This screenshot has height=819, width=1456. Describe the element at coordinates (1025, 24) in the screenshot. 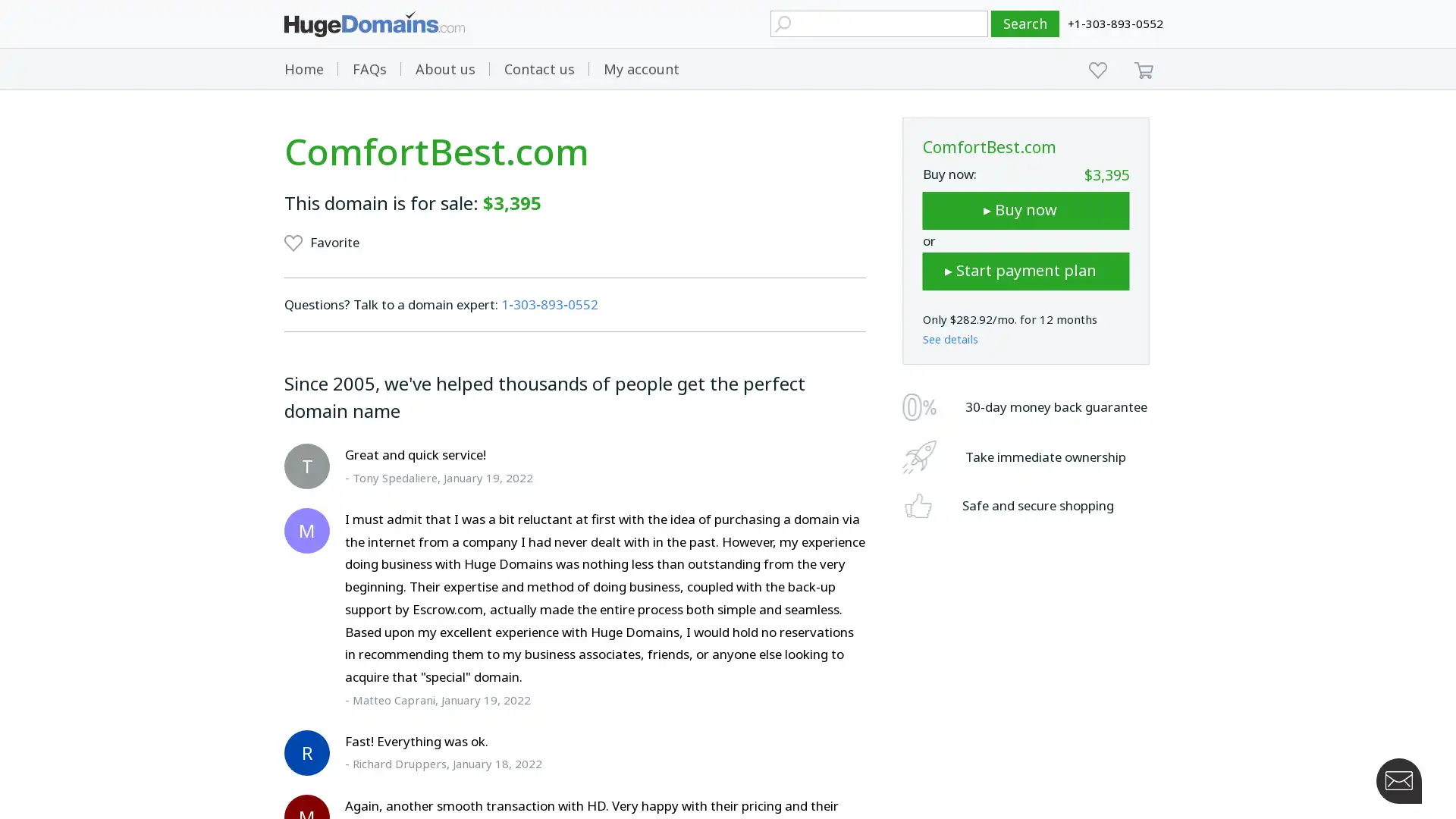

I see `Search` at that location.